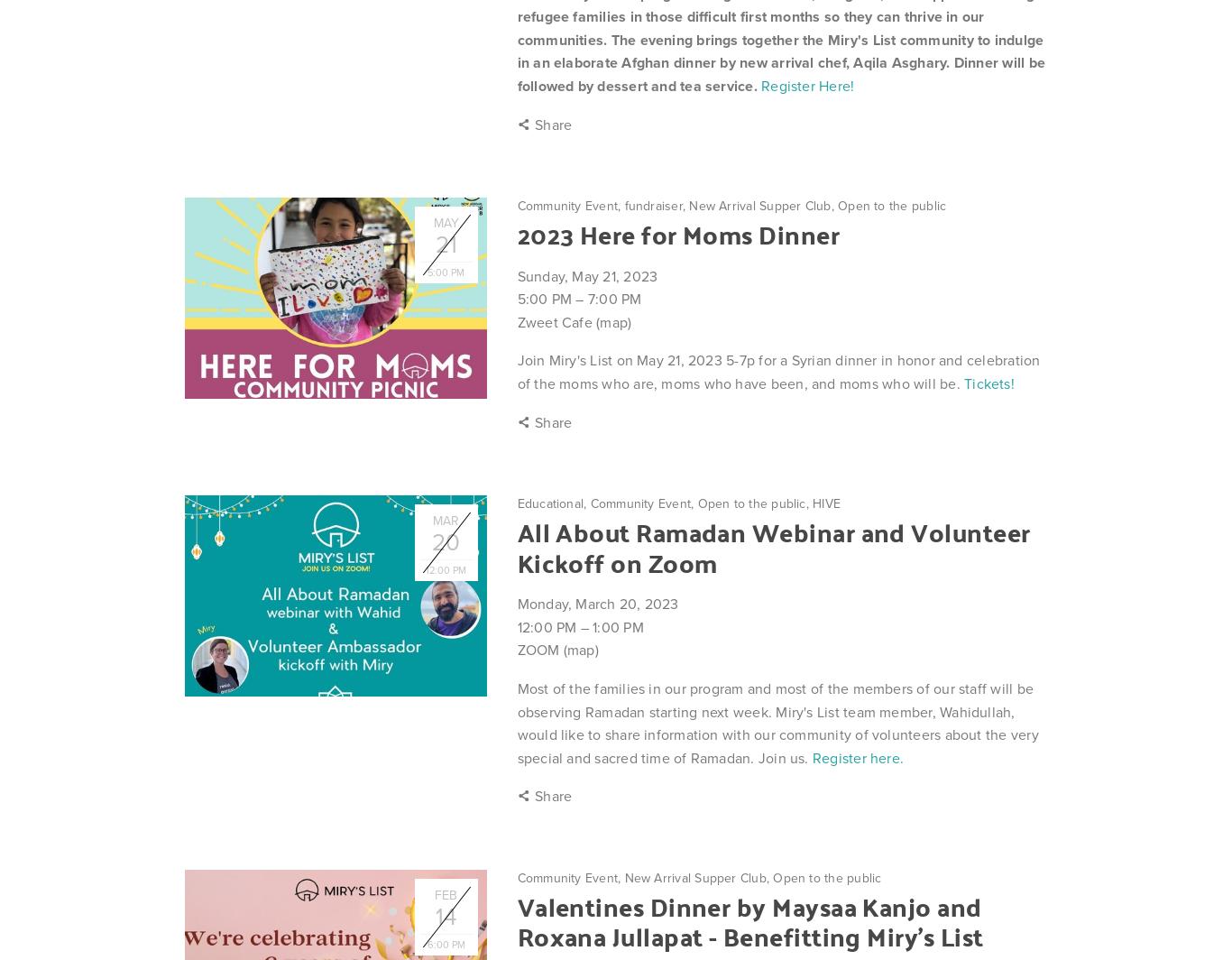 This screenshot has width=1232, height=960. What do you see at coordinates (826, 503) in the screenshot?
I see `'HIVE'` at bounding box center [826, 503].